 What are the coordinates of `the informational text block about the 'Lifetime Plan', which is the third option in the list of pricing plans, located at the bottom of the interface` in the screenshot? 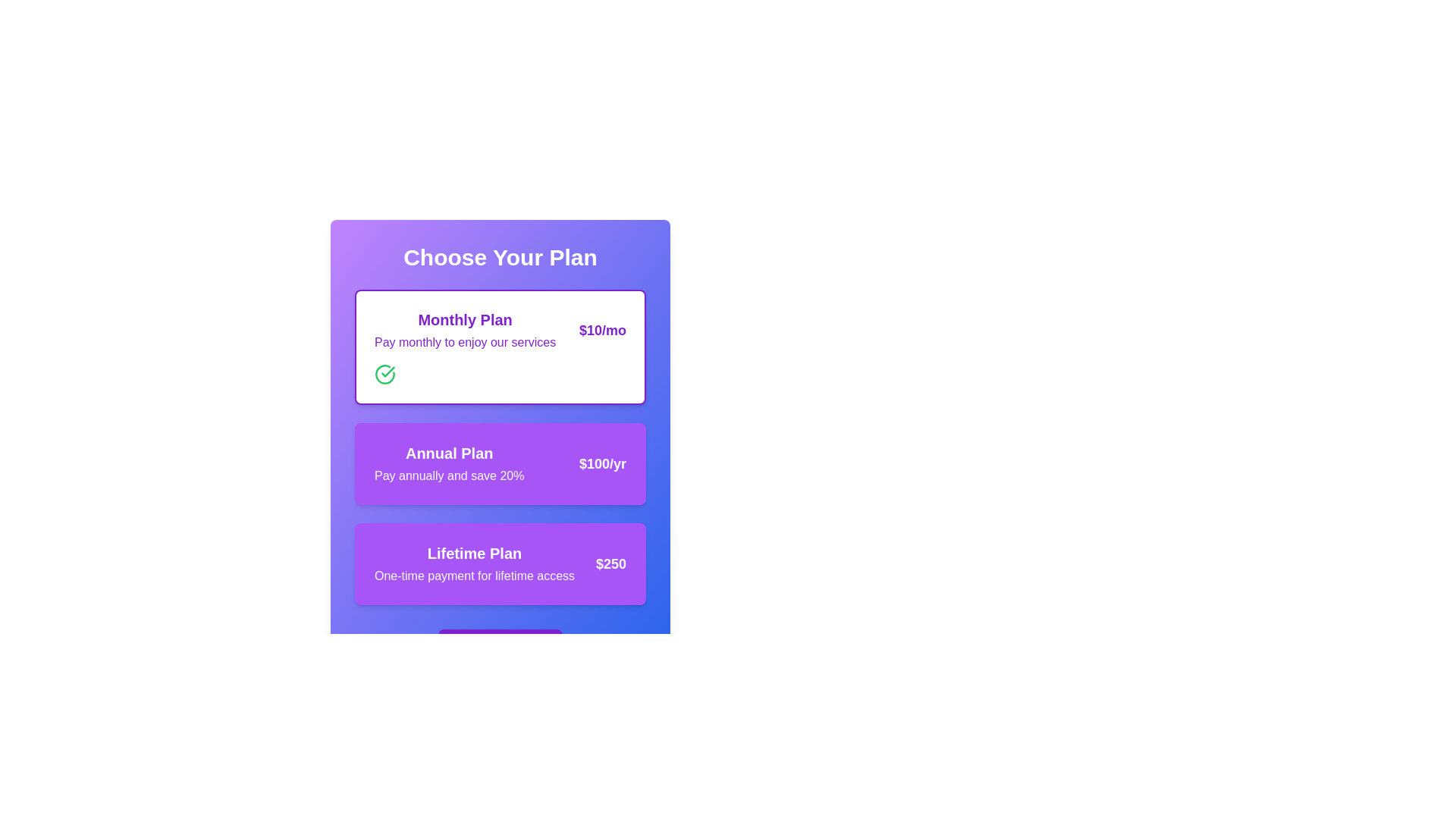 It's located at (500, 564).